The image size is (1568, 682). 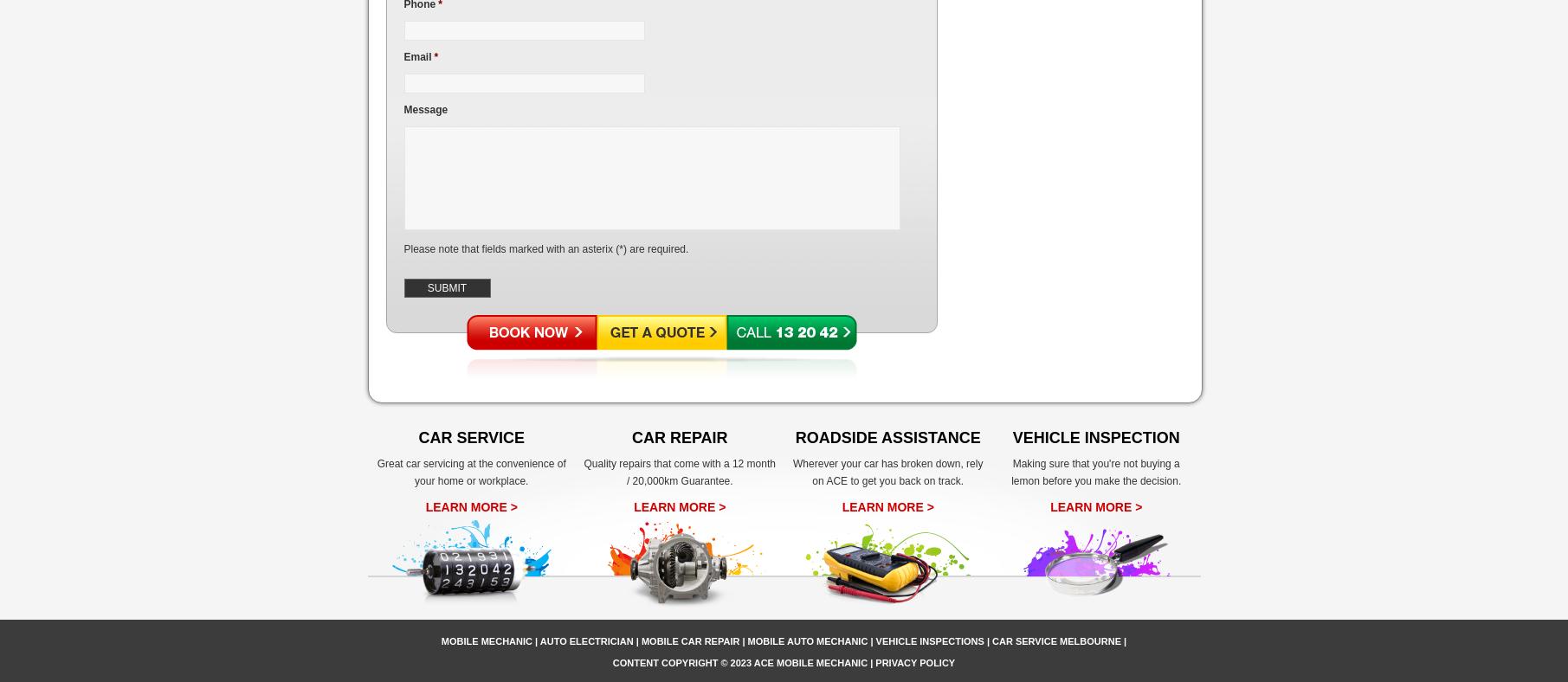 What do you see at coordinates (417, 55) in the screenshot?
I see `'Email'` at bounding box center [417, 55].